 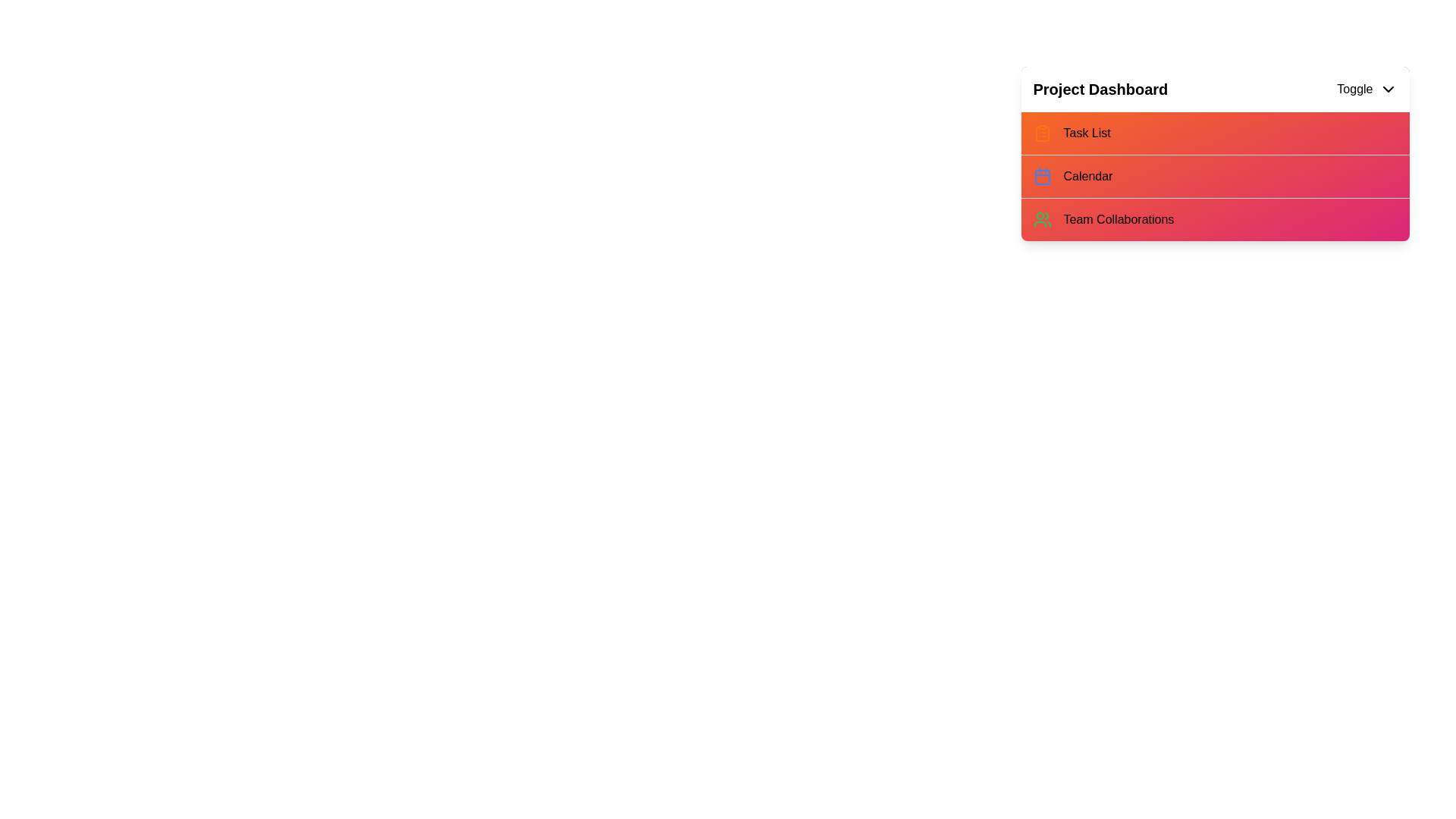 I want to click on the menu item Team Collaborations to select it, so click(x=1215, y=219).